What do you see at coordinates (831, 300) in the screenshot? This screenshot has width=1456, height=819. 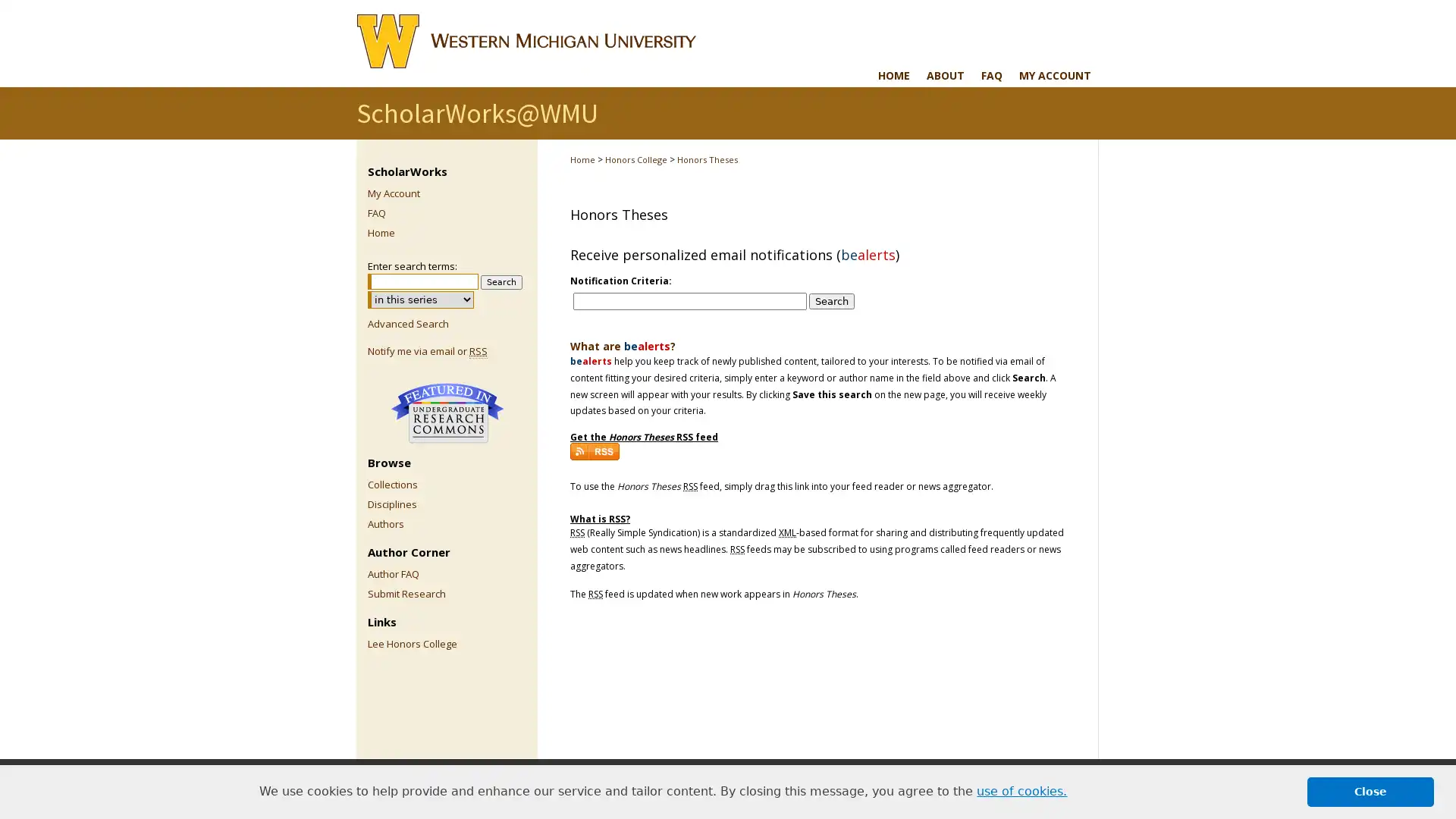 I see `Search` at bounding box center [831, 300].